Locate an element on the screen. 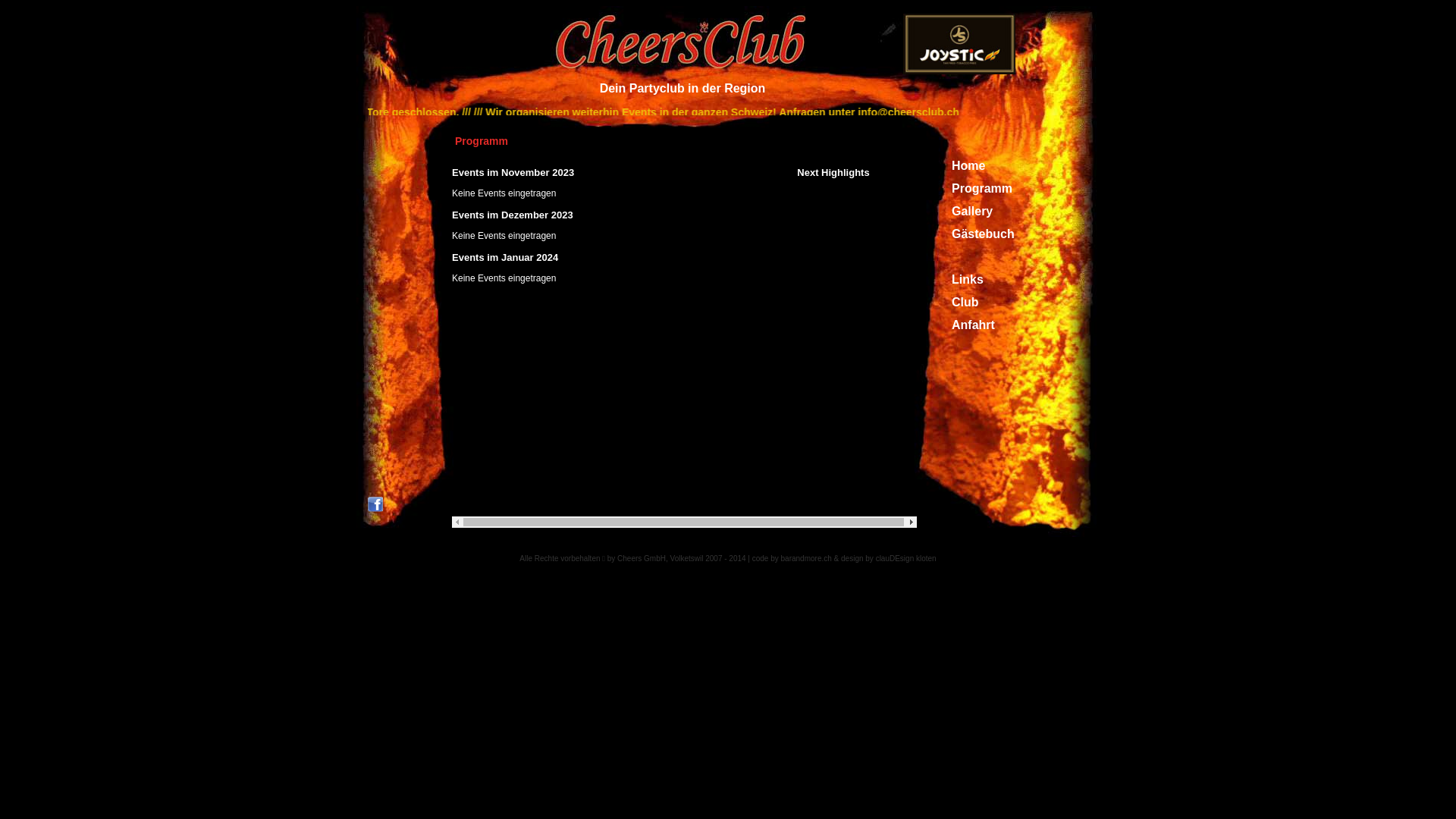  'barandmore.ch' is located at coordinates (805, 558).